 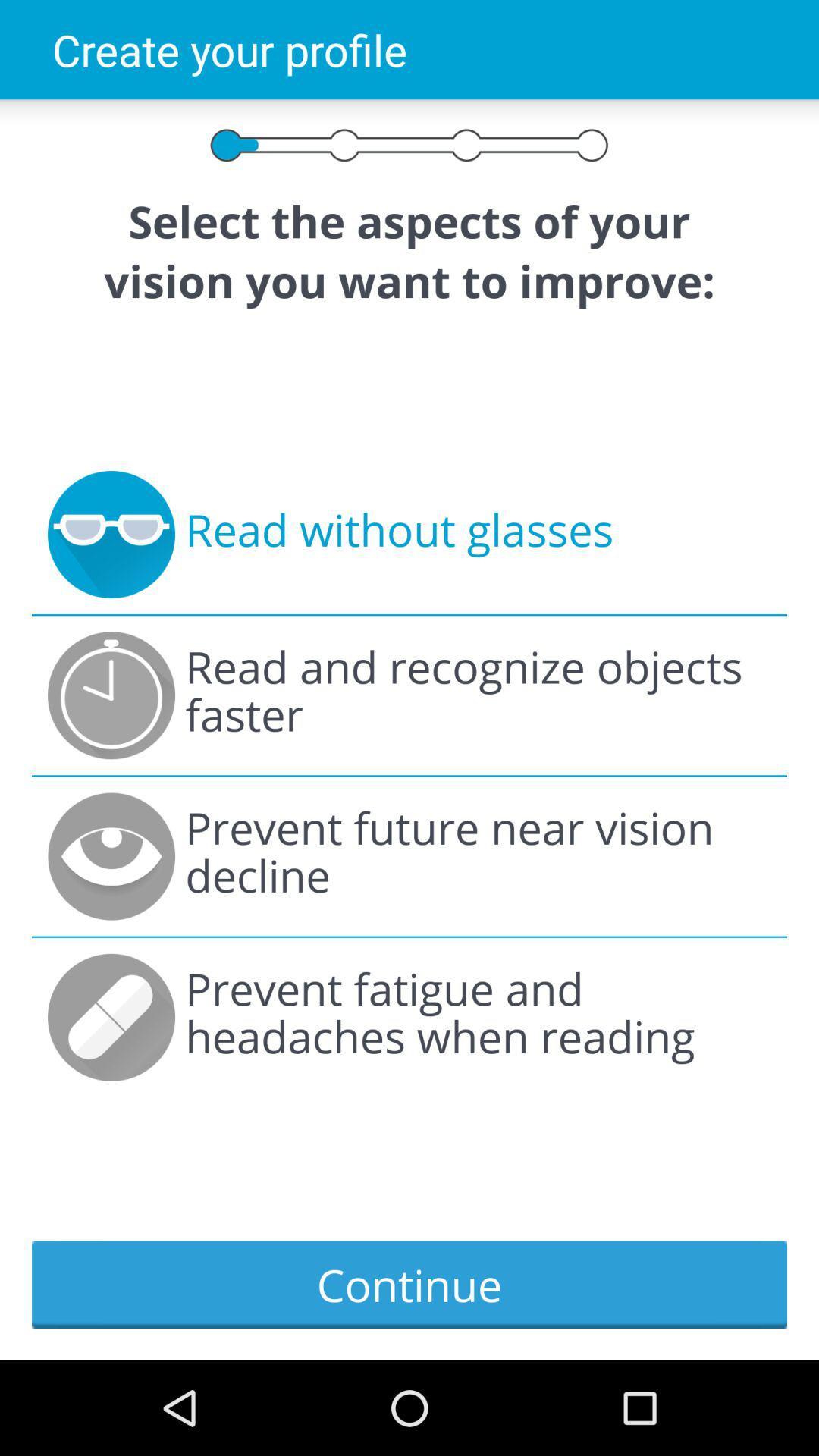 I want to click on the item below the prevent future near item, so click(x=478, y=1017).